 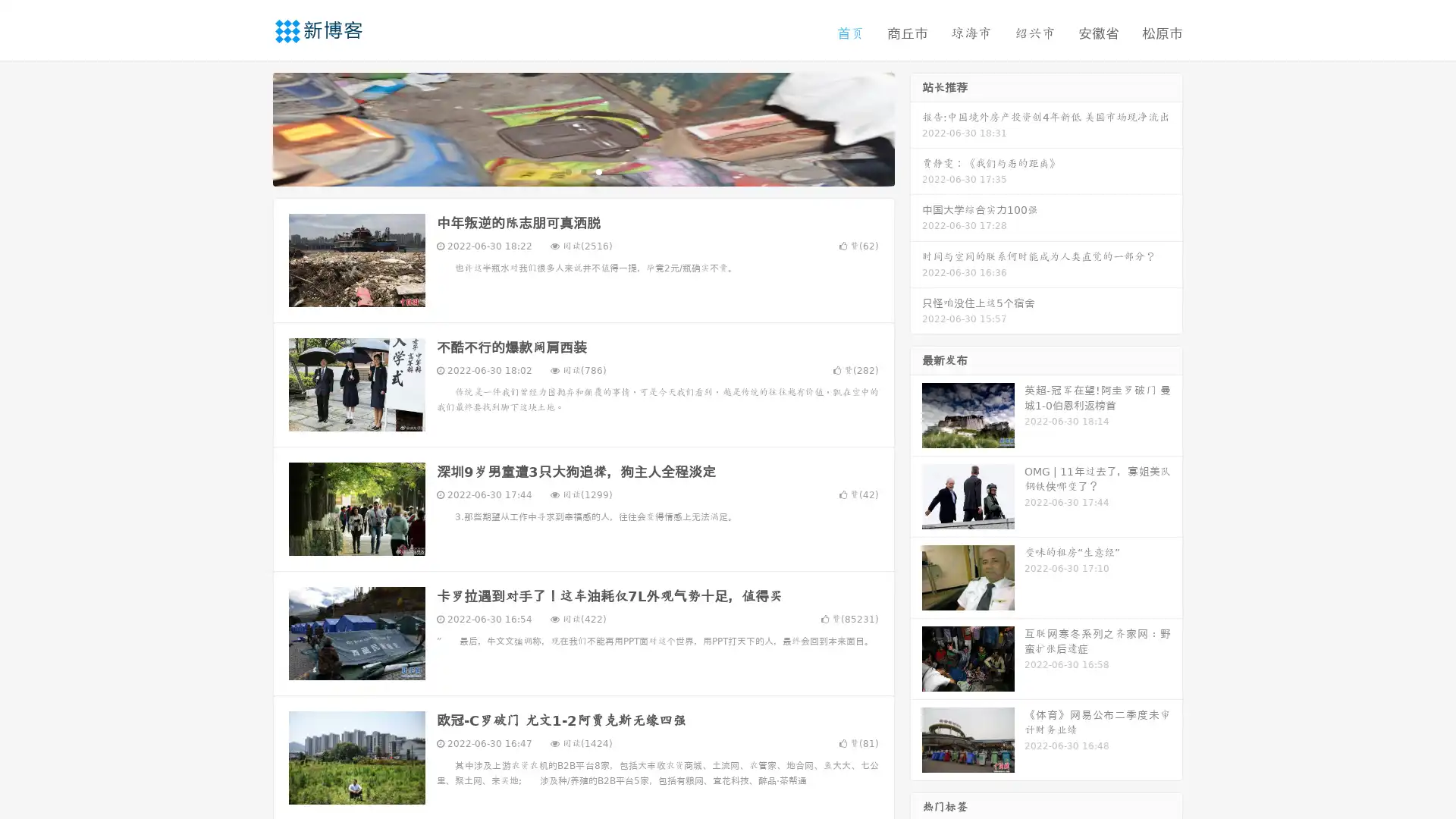 I want to click on Next slide, so click(x=916, y=127).